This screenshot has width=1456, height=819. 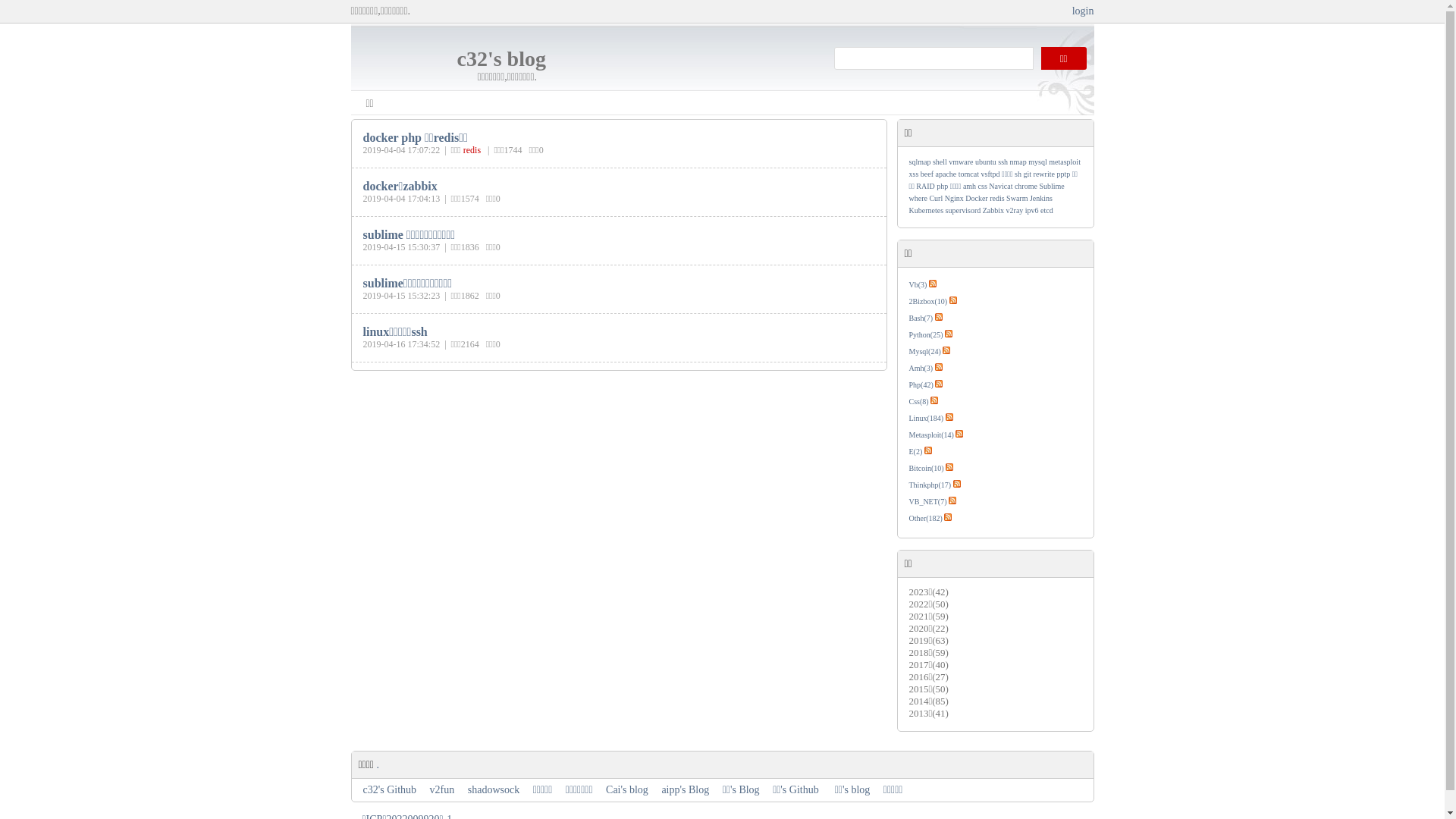 I want to click on 'Other(182)', so click(x=924, y=517).